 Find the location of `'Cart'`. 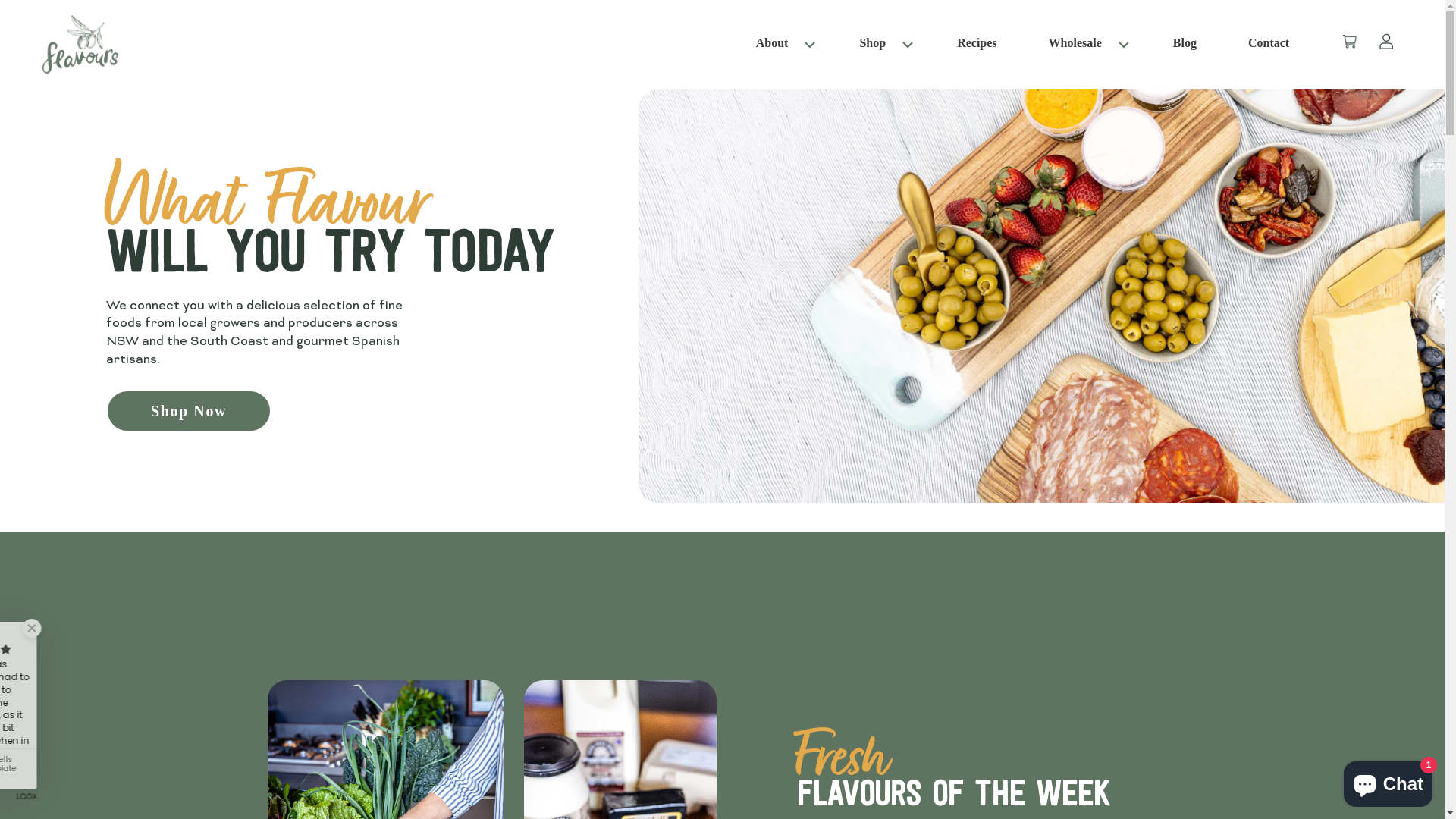

'Cart' is located at coordinates (1338, 43).